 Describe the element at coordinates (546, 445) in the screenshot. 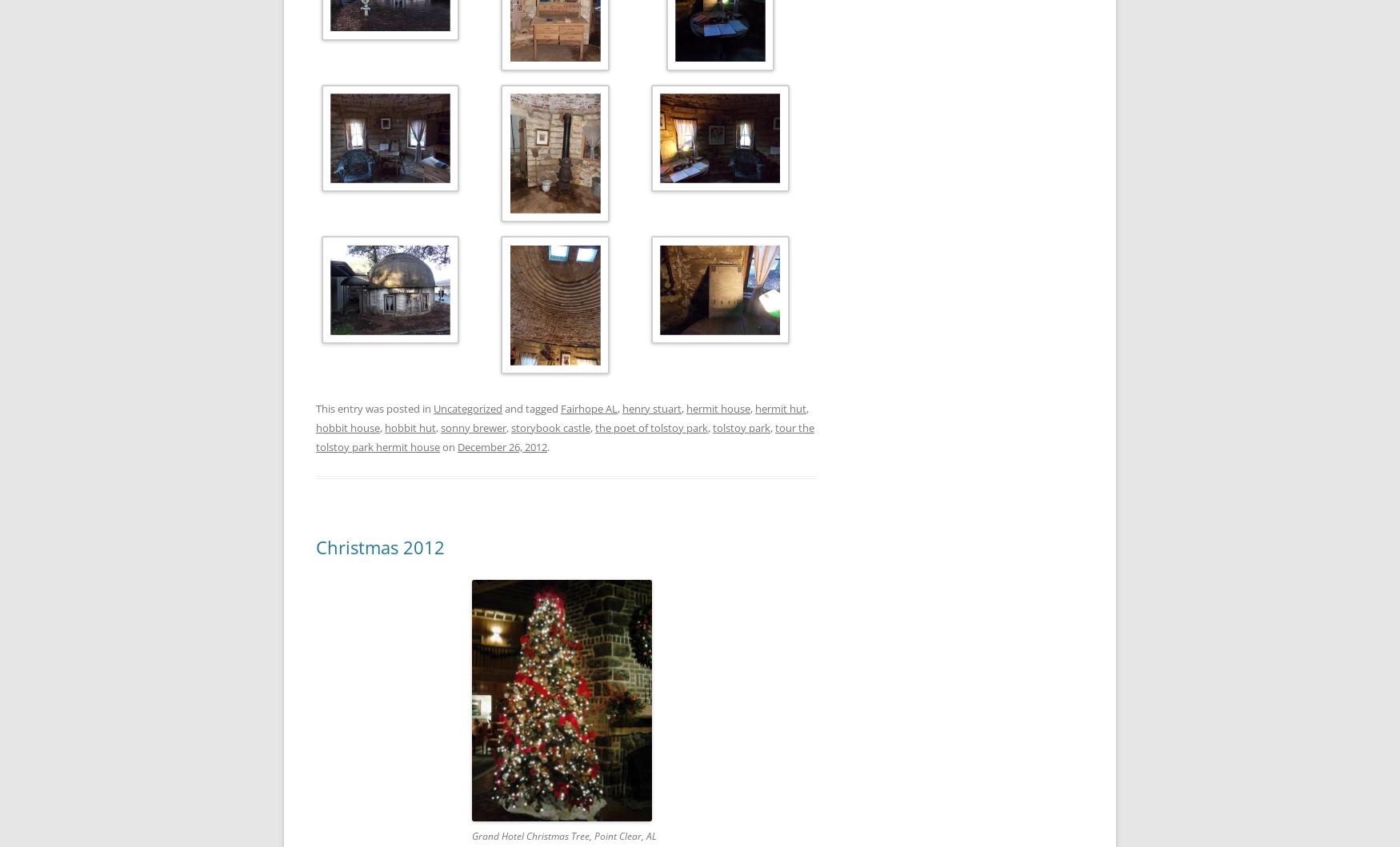

I see `'.'` at that location.